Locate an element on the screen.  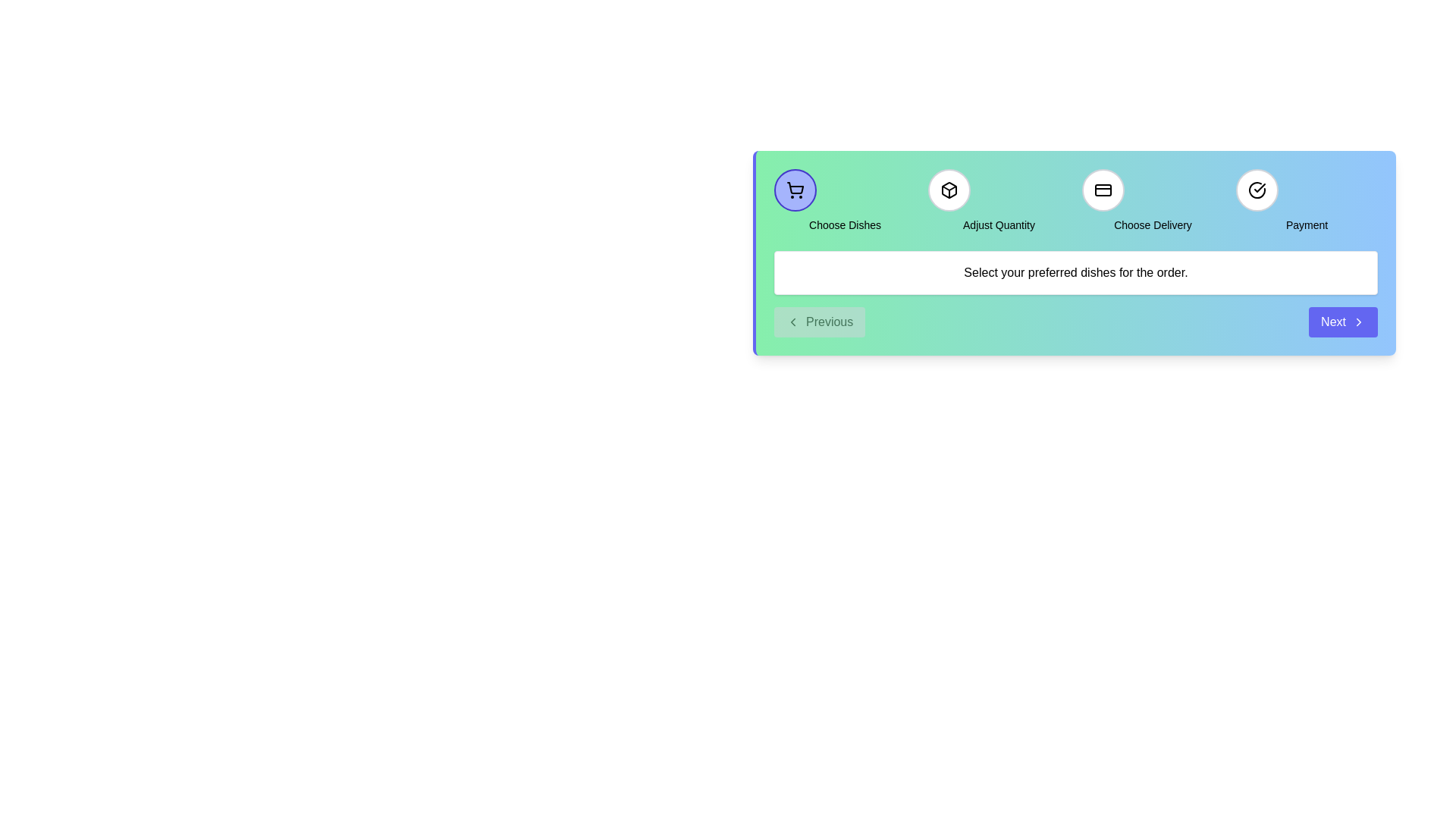
the second circular button with an icon labeled 'Adjust Quantity' is located at coordinates (949, 189).